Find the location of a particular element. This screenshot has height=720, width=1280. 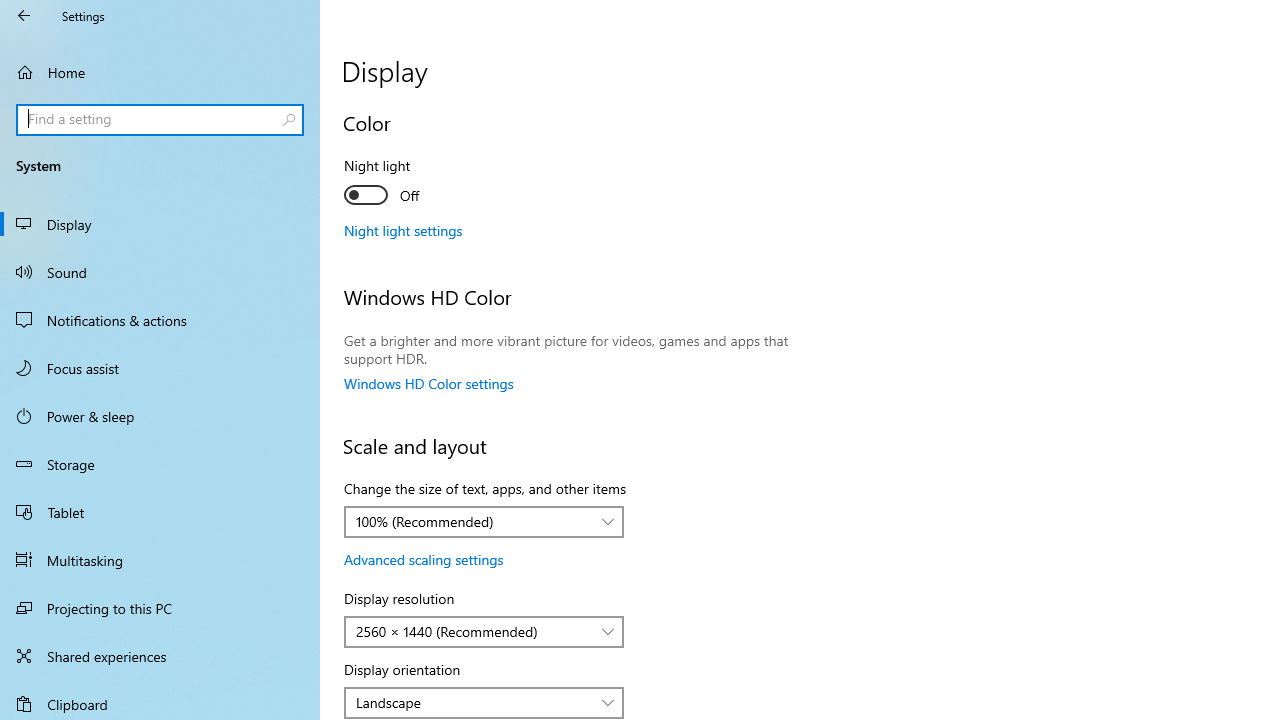

'Focus assist' is located at coordinates (160, 367).